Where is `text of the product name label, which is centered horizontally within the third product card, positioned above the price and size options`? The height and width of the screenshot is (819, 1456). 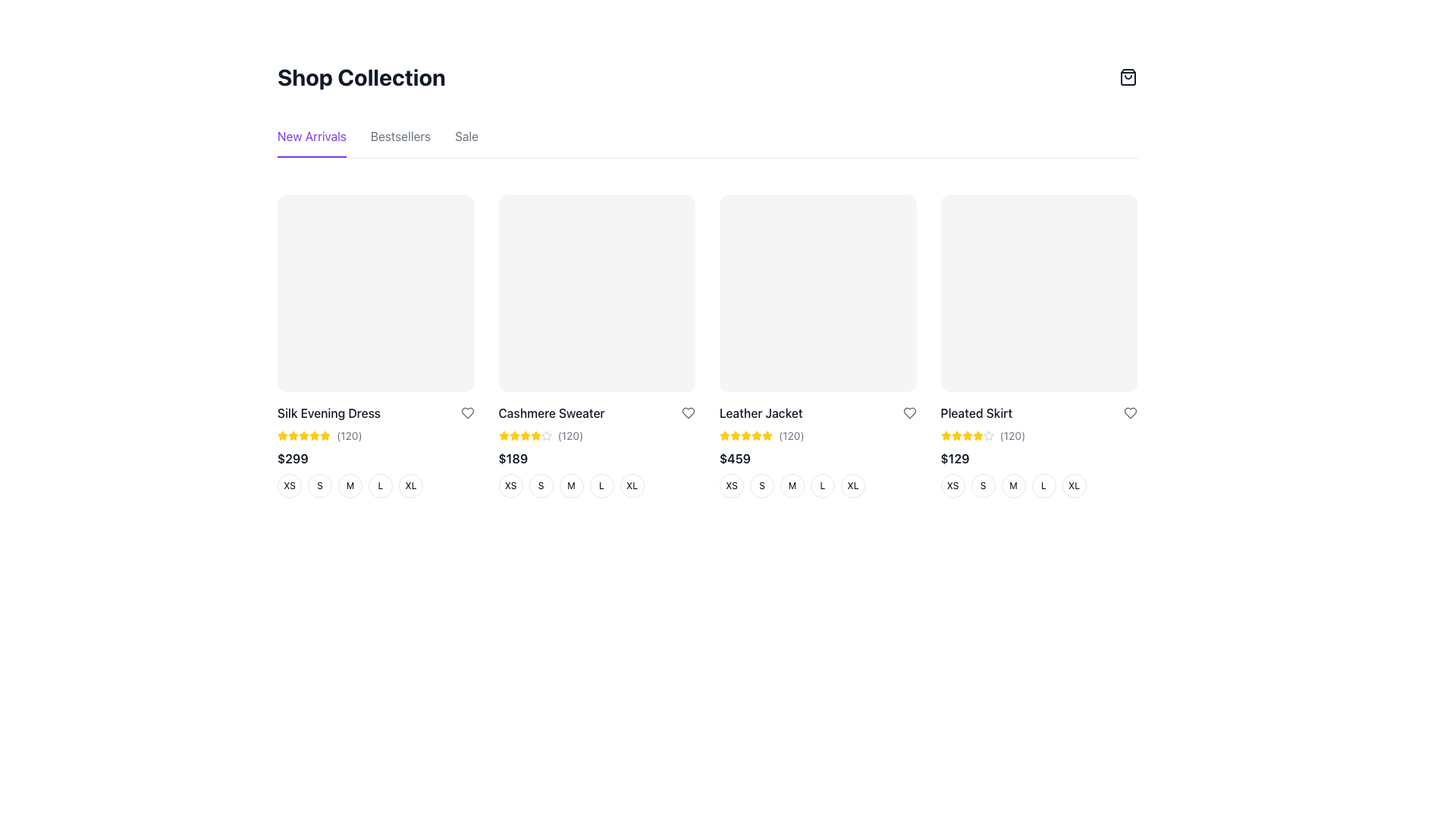 text of the product name label, which is centered horizontally within the third product card, positioned above the price and size options is located at coordinates (761, 413).